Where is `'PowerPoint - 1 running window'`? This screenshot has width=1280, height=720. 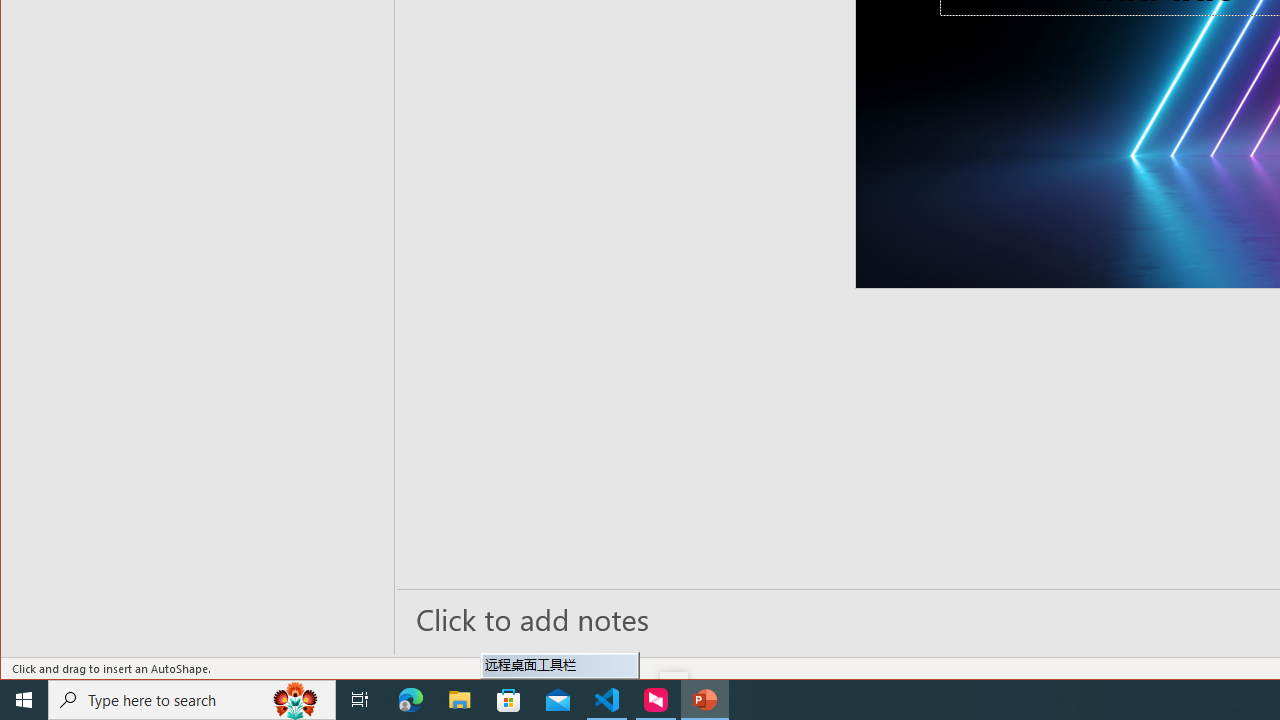
'PowerPoint - 1 running window' is located at coordinates (705, 698).